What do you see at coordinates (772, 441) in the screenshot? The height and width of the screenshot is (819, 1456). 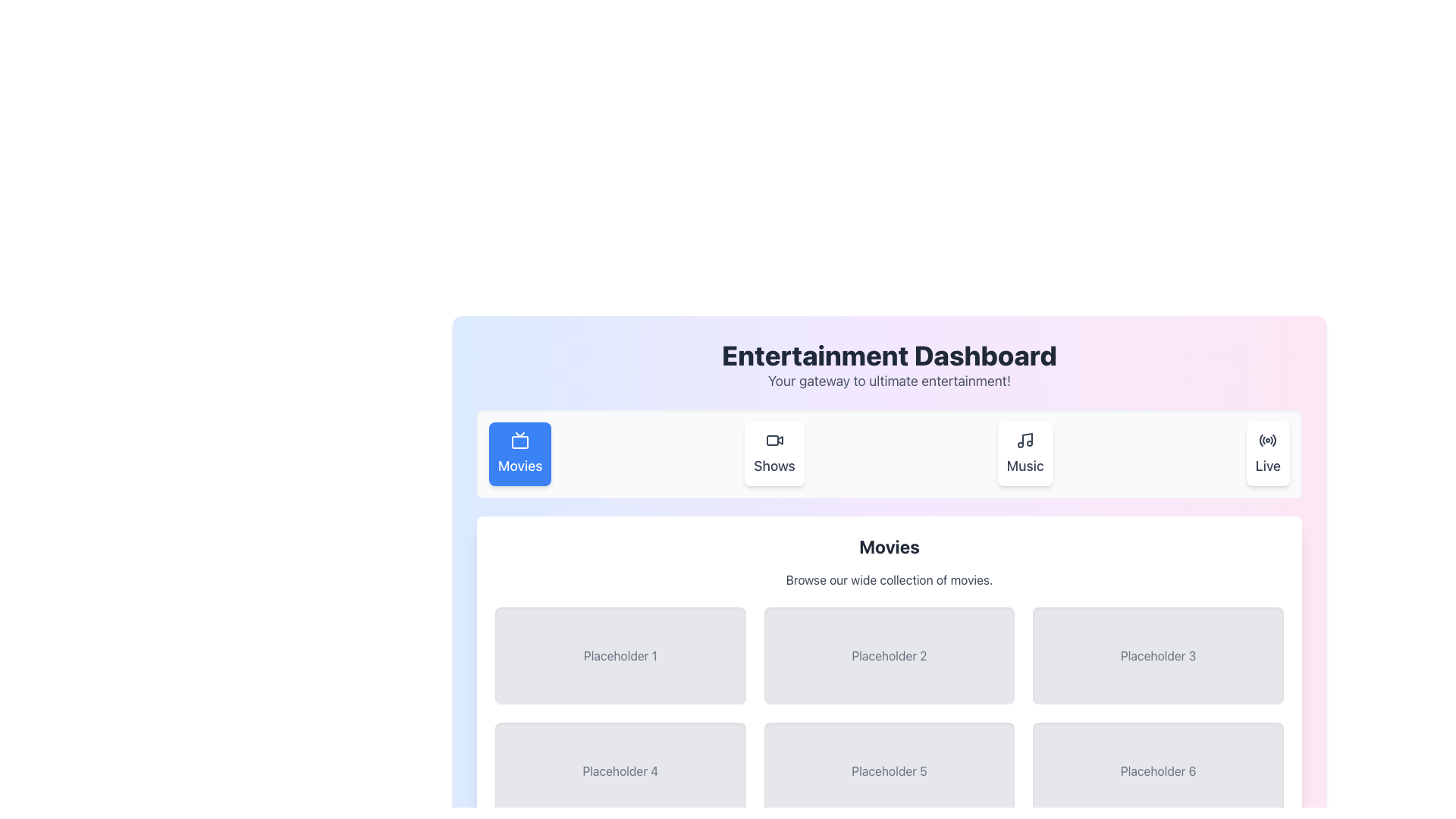 I see `the decorative graphical element that represents part of the video icon labeled 'Shows' in the top navigation bar` at bounding box center [772, 441].